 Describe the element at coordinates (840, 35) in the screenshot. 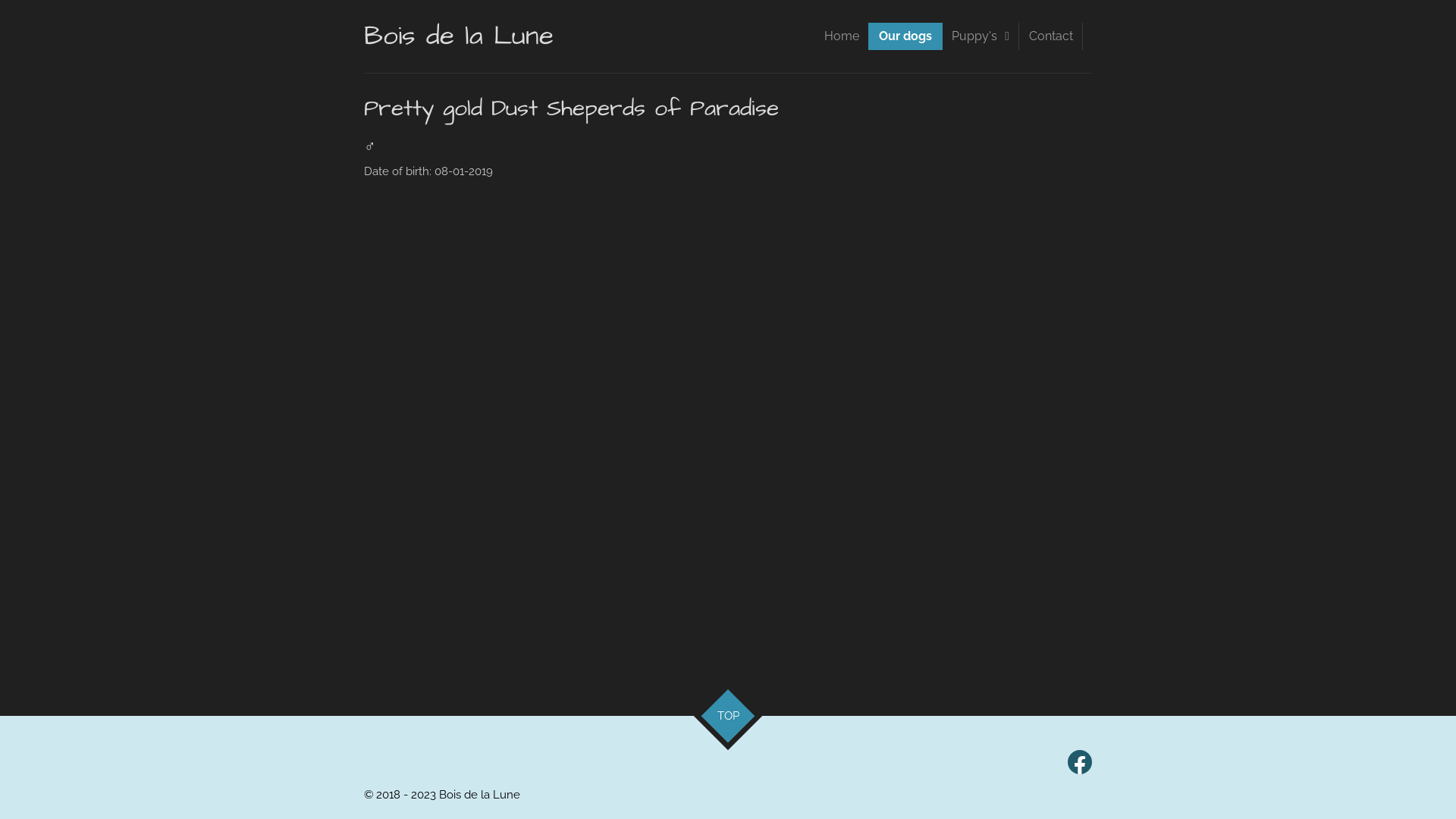

I see `'Home'` at that location.